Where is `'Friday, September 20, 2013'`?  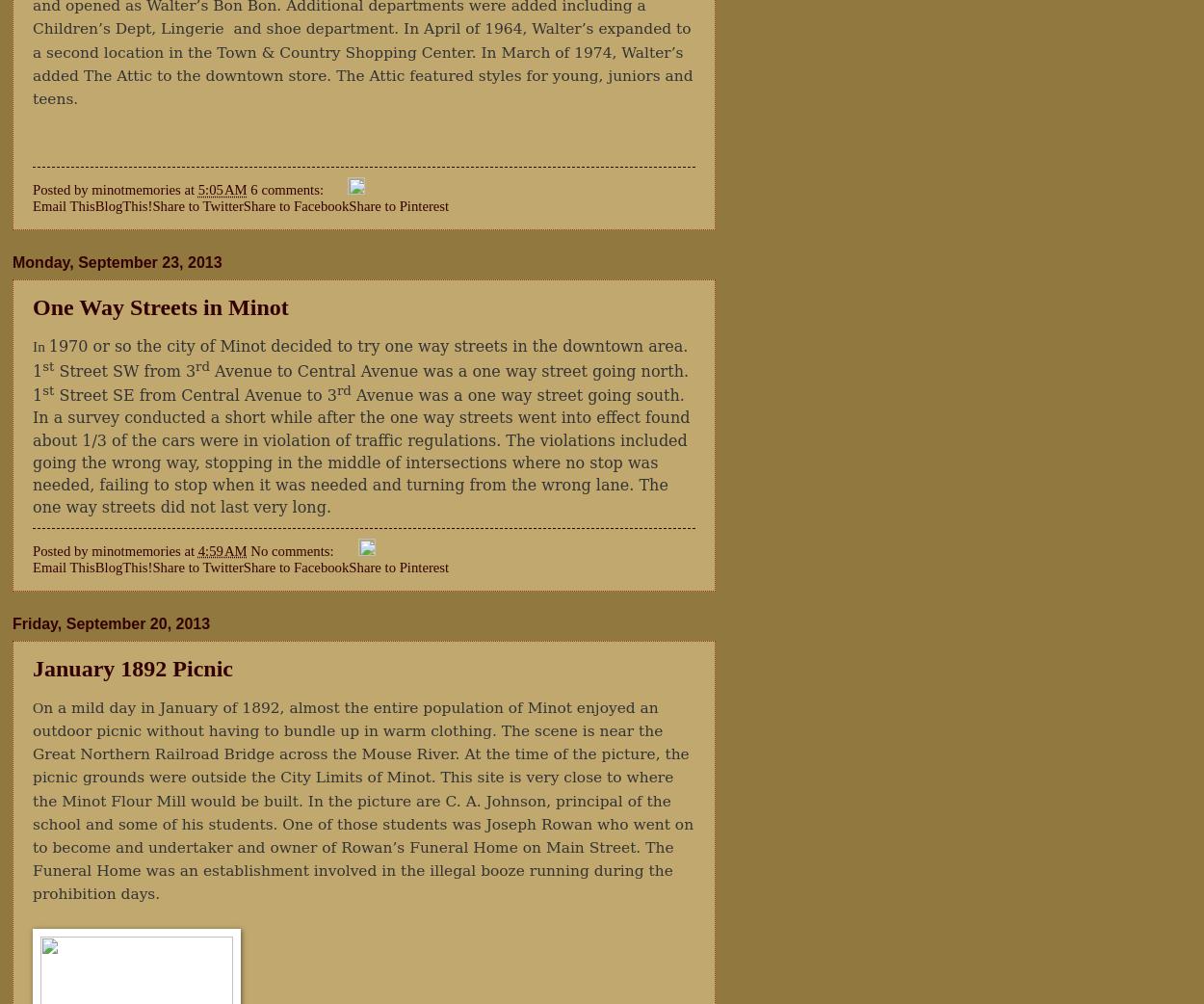 'Friday, September 20, 2013' is located at coordinates (110, 623).